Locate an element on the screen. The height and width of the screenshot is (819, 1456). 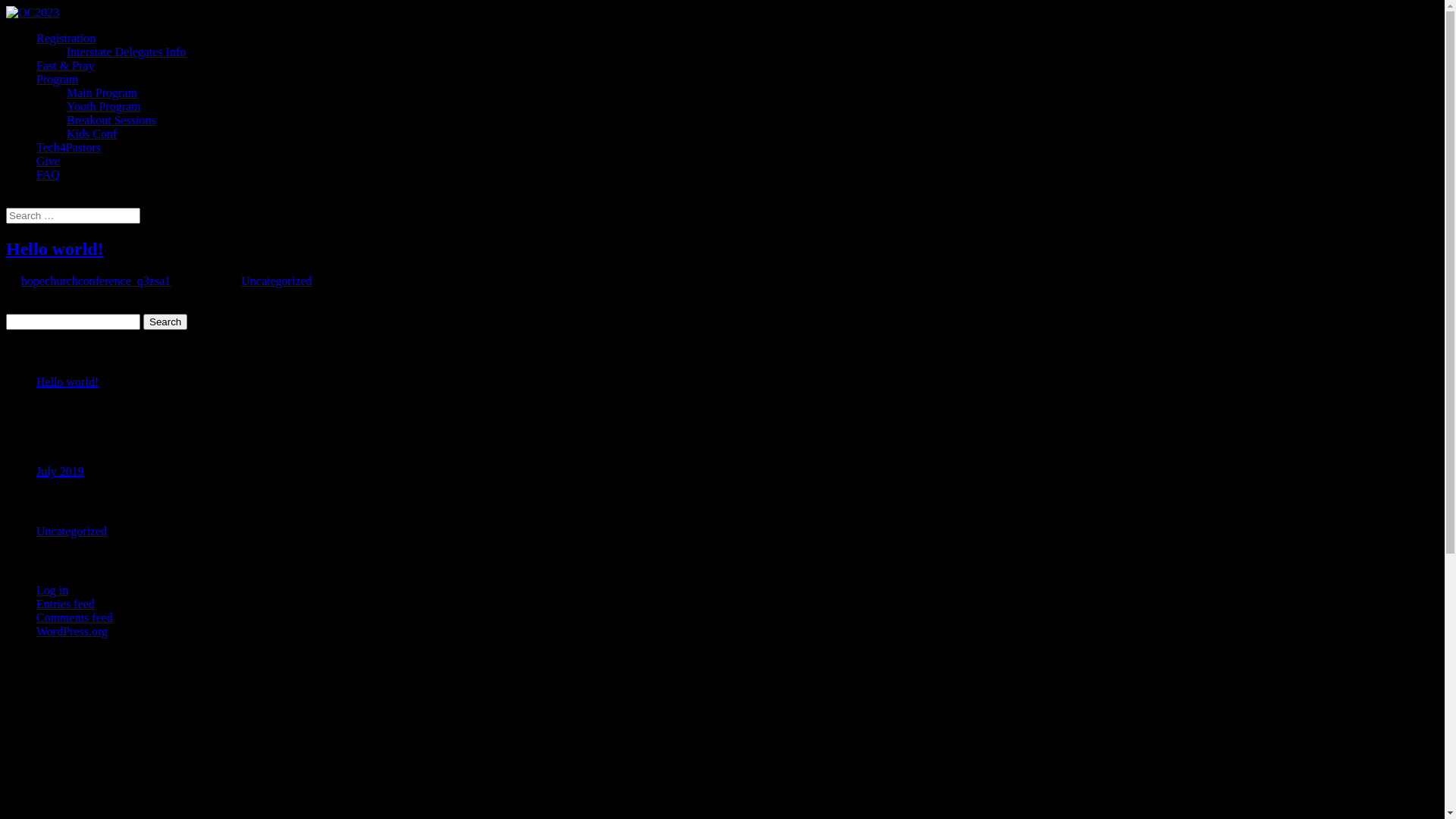
'Registration' is located at coordinates (64, 37).